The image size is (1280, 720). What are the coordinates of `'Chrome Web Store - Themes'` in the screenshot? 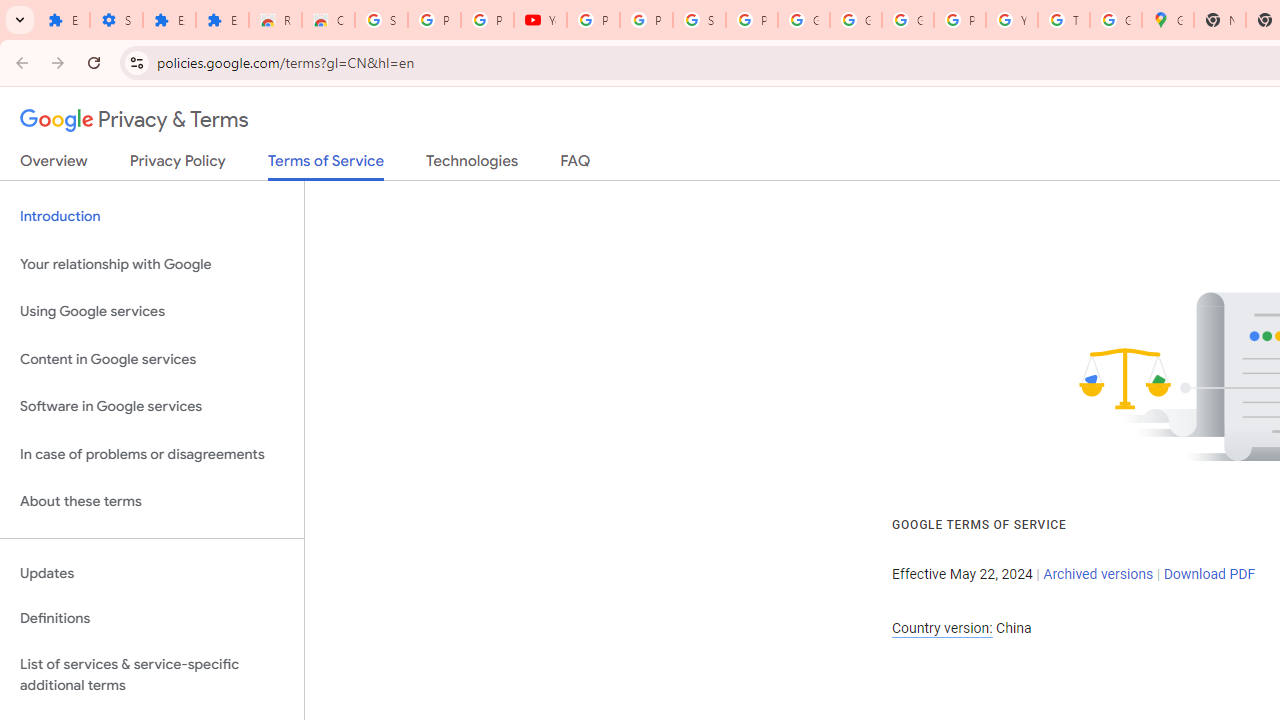 It's located at (328, 20).